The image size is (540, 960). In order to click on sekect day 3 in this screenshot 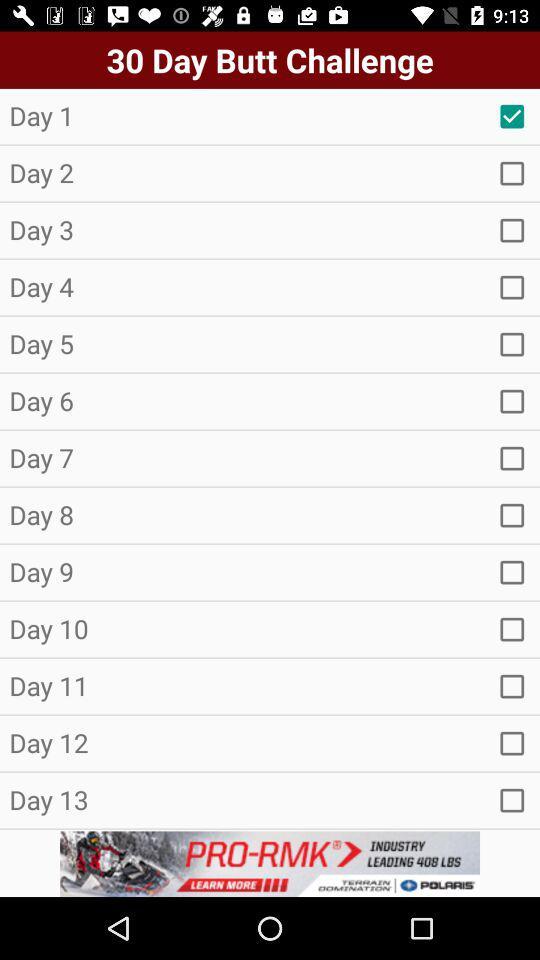, I will do `click(512, 230)`.